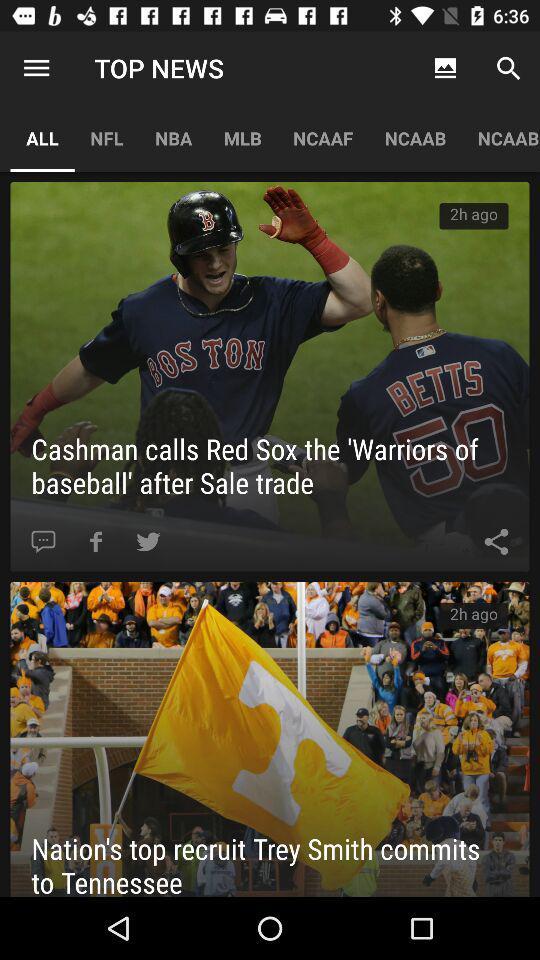 The image size is (540, 960). Describe the element at coordinates (107, 137) in the screenshot. I see `icon to the right of all app` at that location.